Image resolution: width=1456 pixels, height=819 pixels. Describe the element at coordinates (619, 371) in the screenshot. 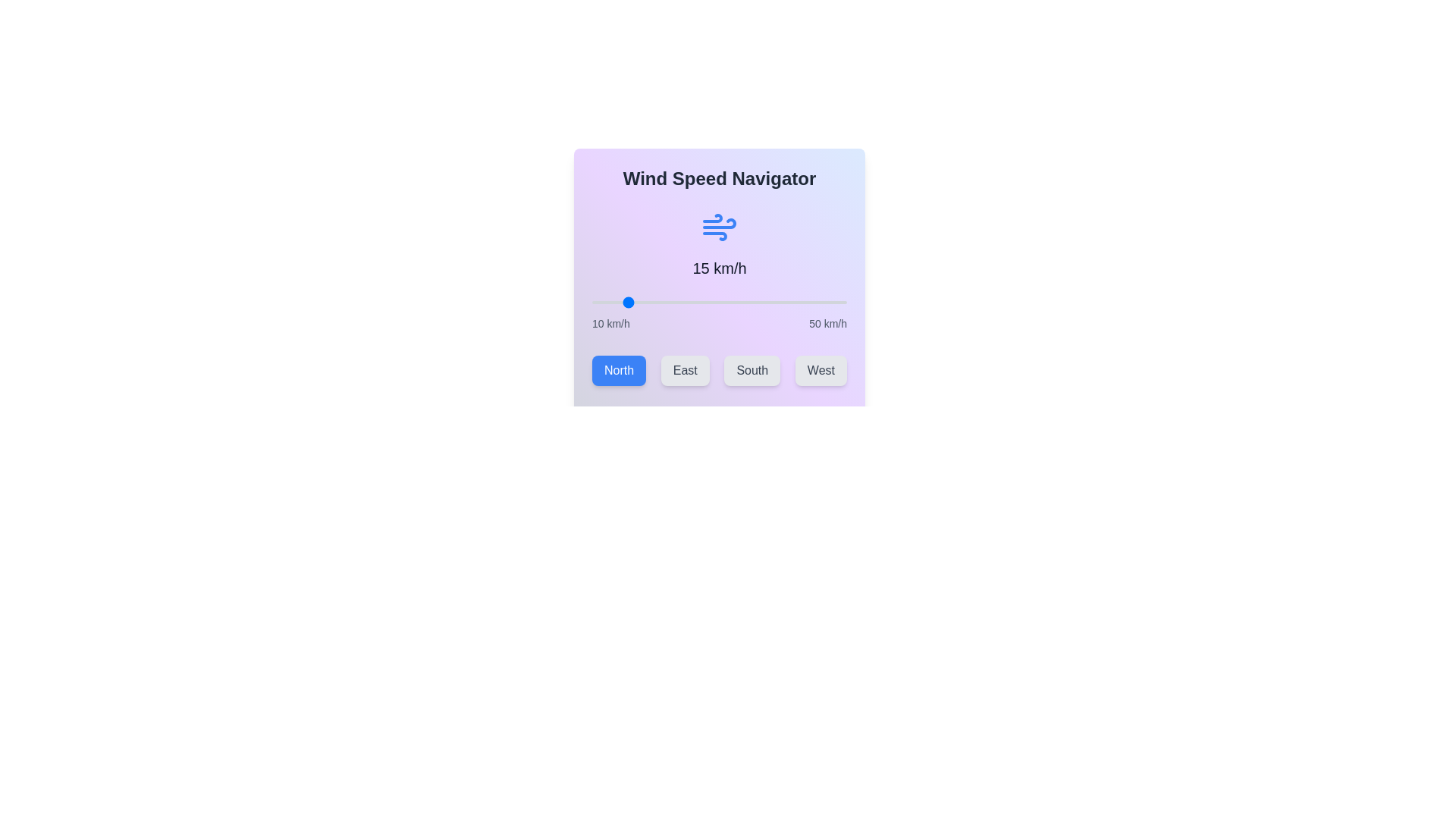

I see `the North button to select the wind direction` at that location.